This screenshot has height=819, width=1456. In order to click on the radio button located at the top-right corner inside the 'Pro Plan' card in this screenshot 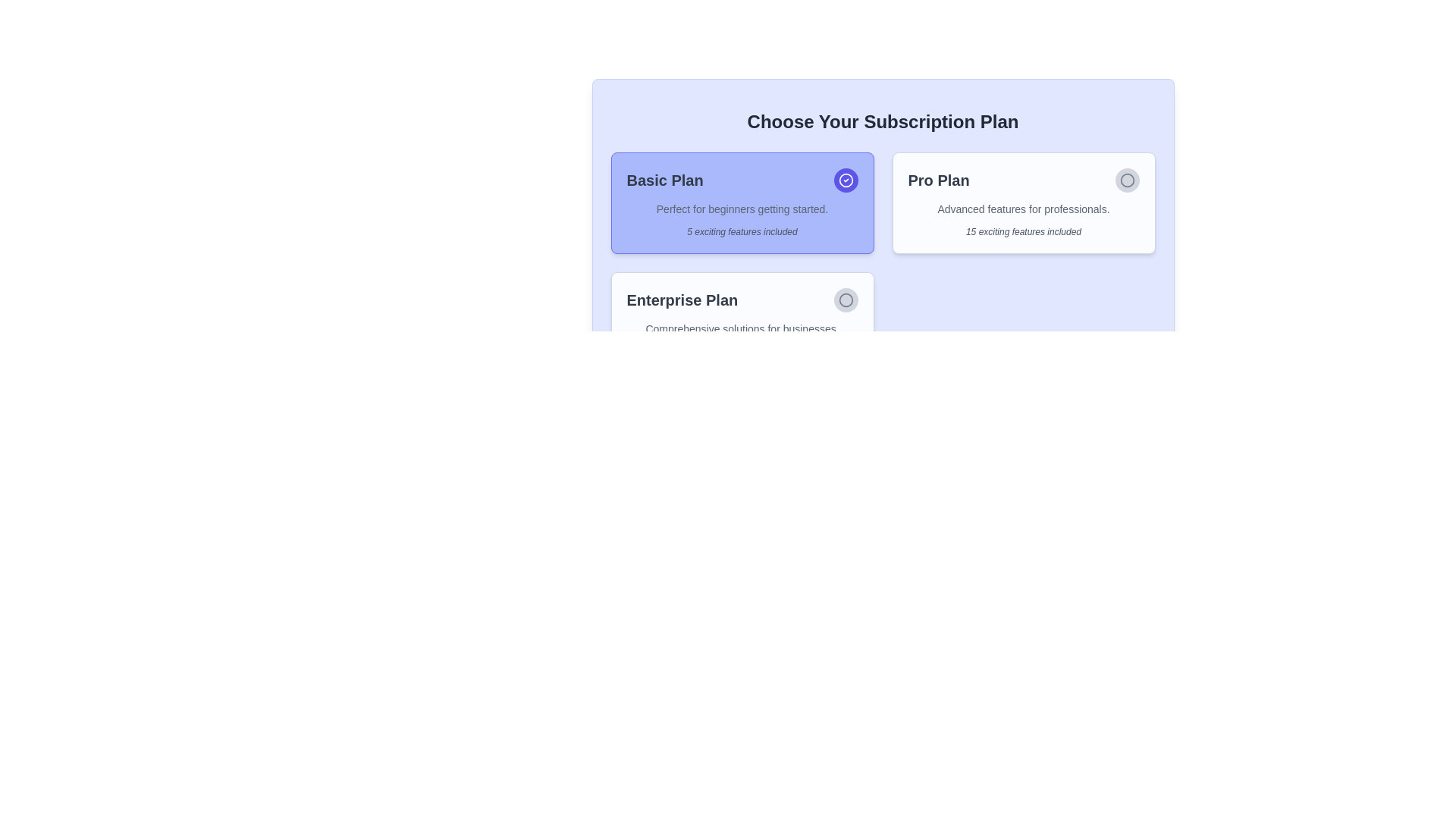, I will do `click(1127, 180)`.